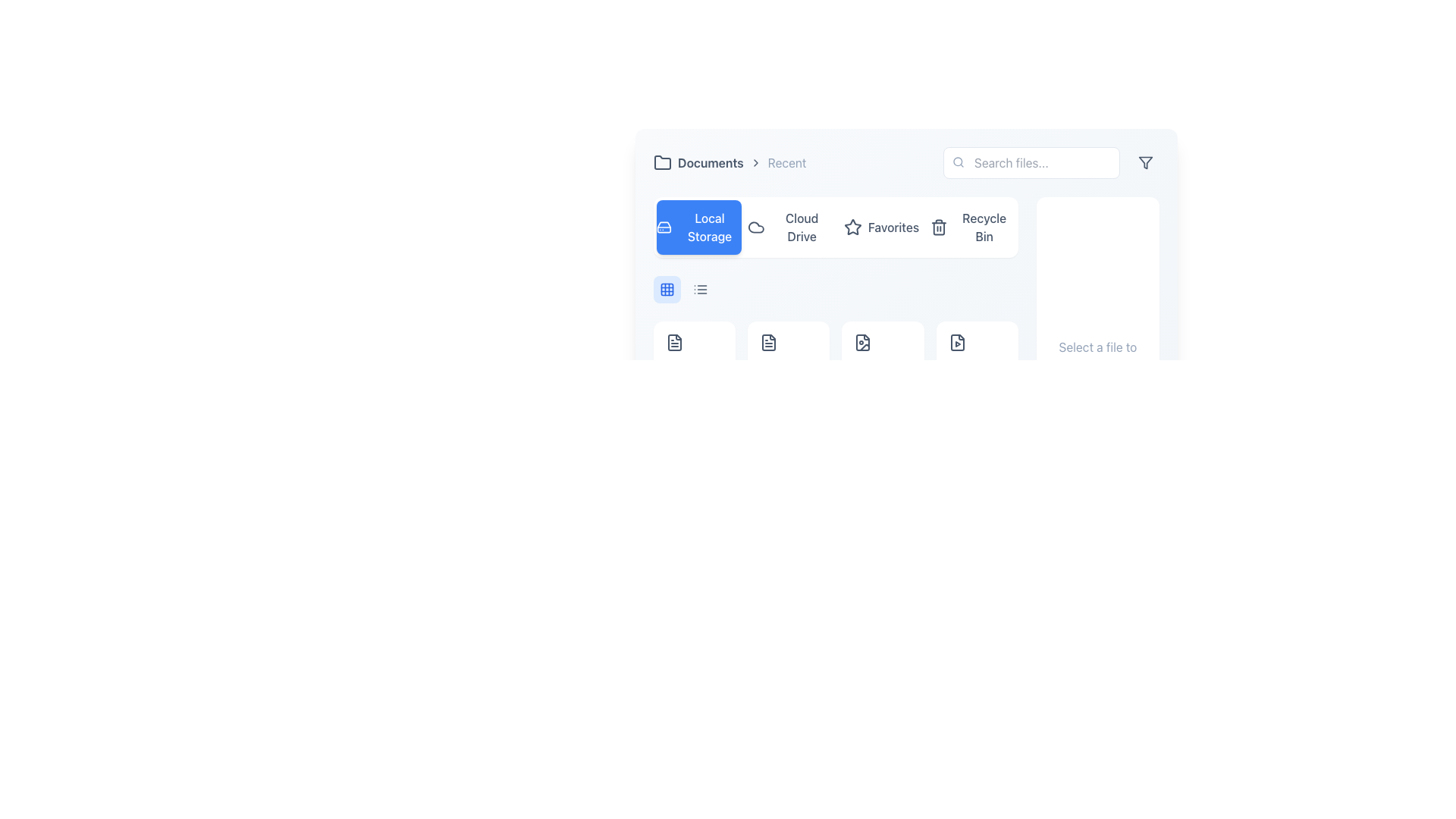 The image size is (1456, 819). I want to click on to activate the 'Favorites' tab, which is the third tab on the menu bar located between 'Cloud Drive' and 'Recycle Bin', so click(906, 235).